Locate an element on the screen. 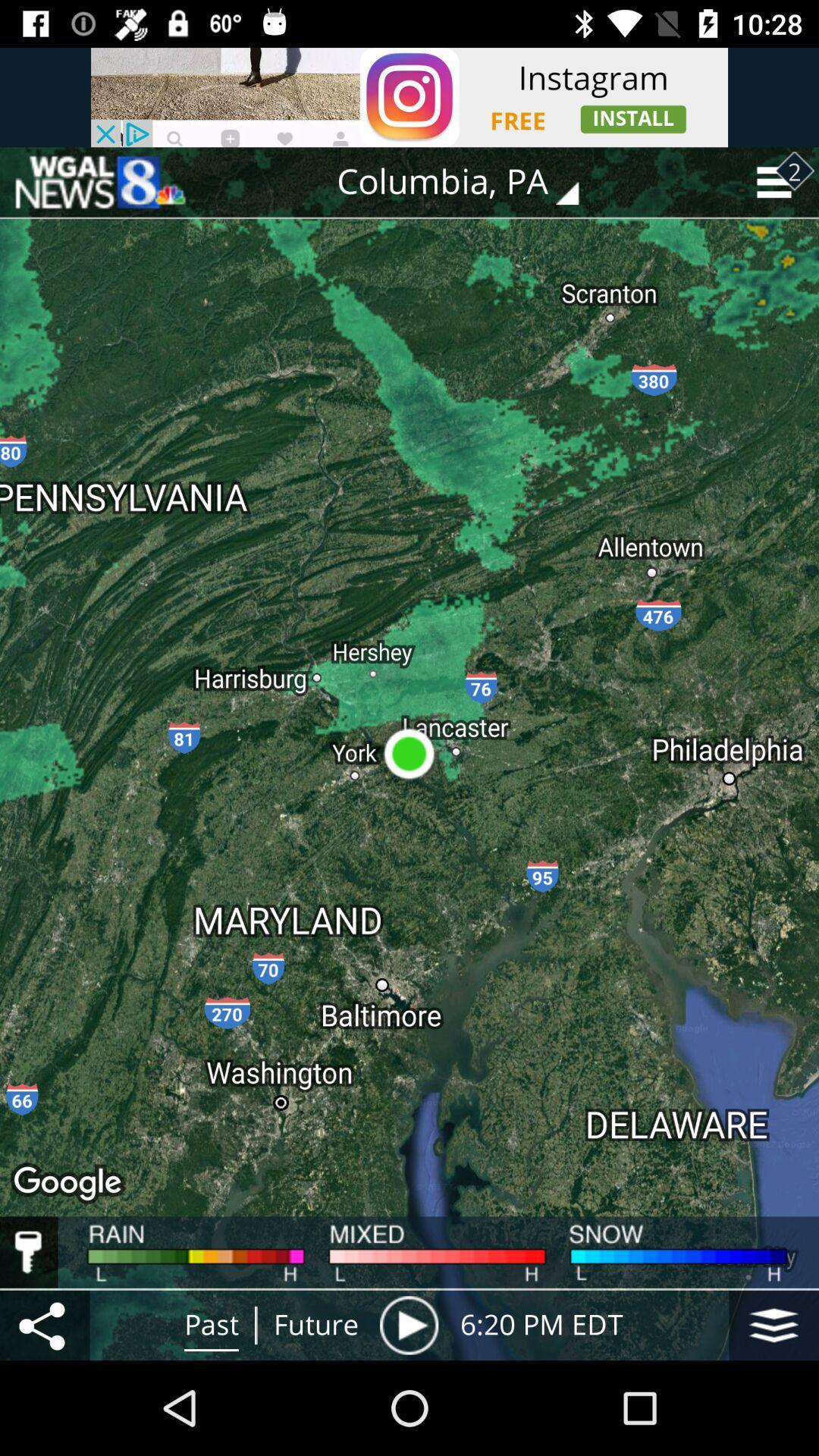  click on advertisement is located at coordinates (409, 96).